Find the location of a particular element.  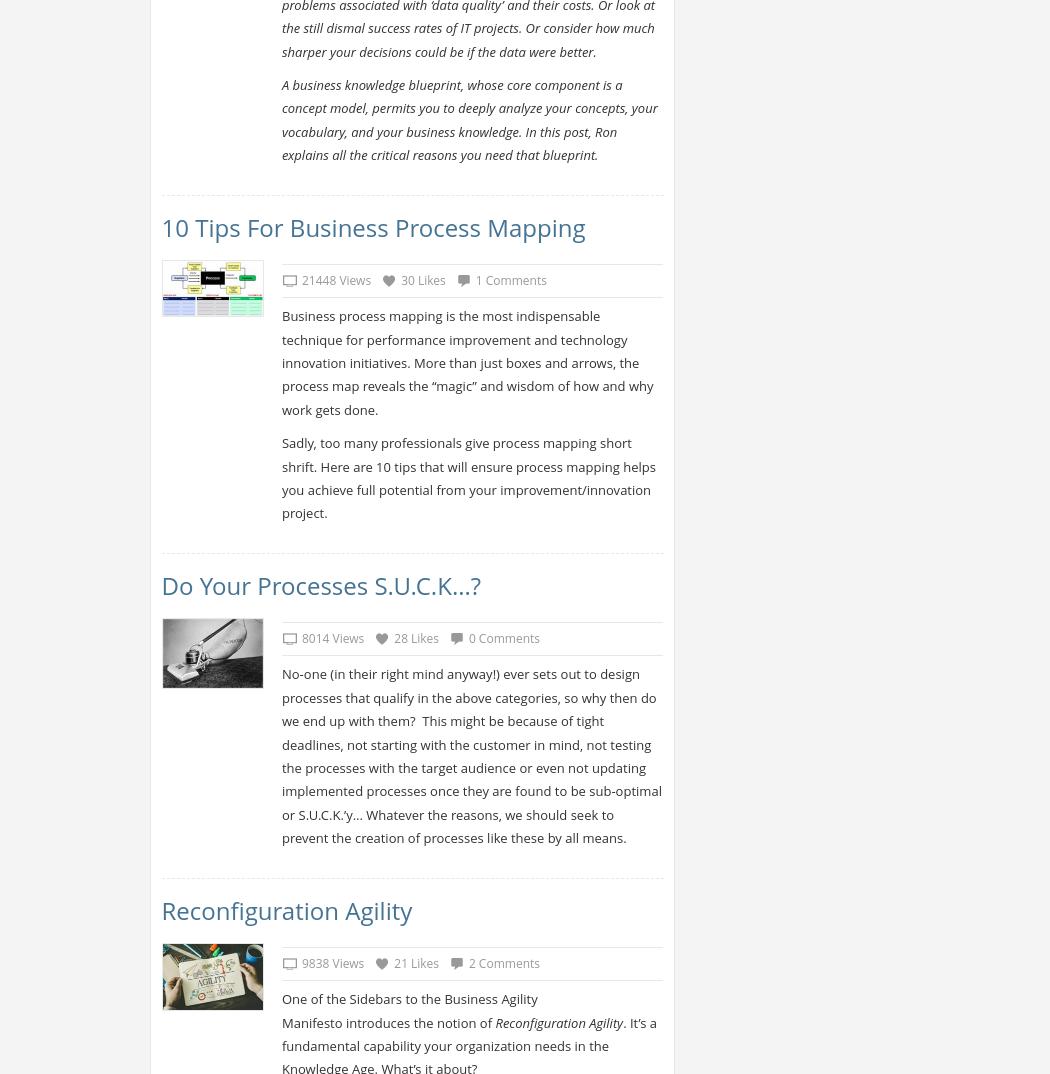

'1 Comments' is located at coordinates (509, 279).